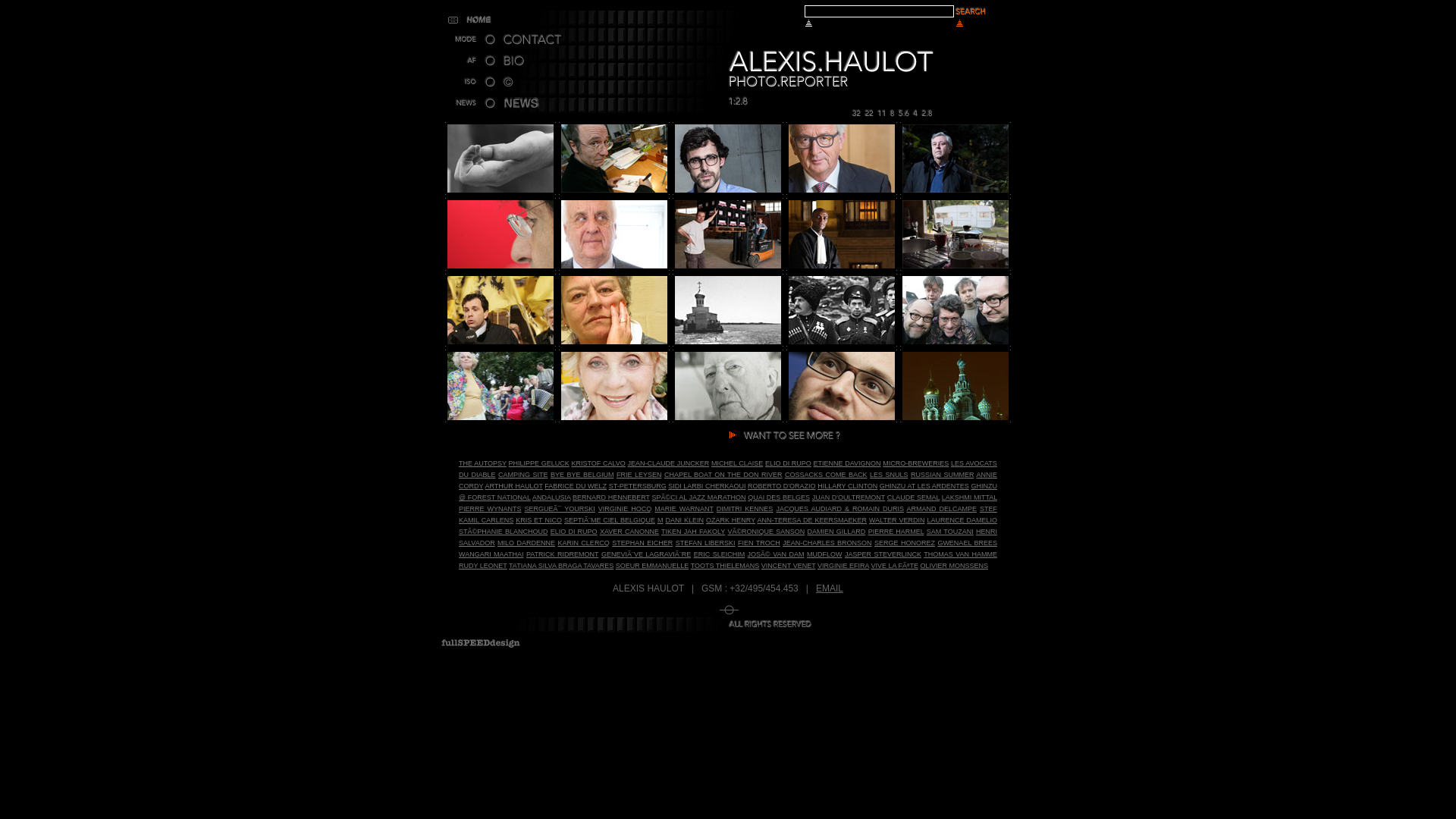 The height and width of the screenshot is (819, 1456). Describe the element at coordinates (966, 542) in the screenshot. I see `'GWENAEL BREES'` at that location.